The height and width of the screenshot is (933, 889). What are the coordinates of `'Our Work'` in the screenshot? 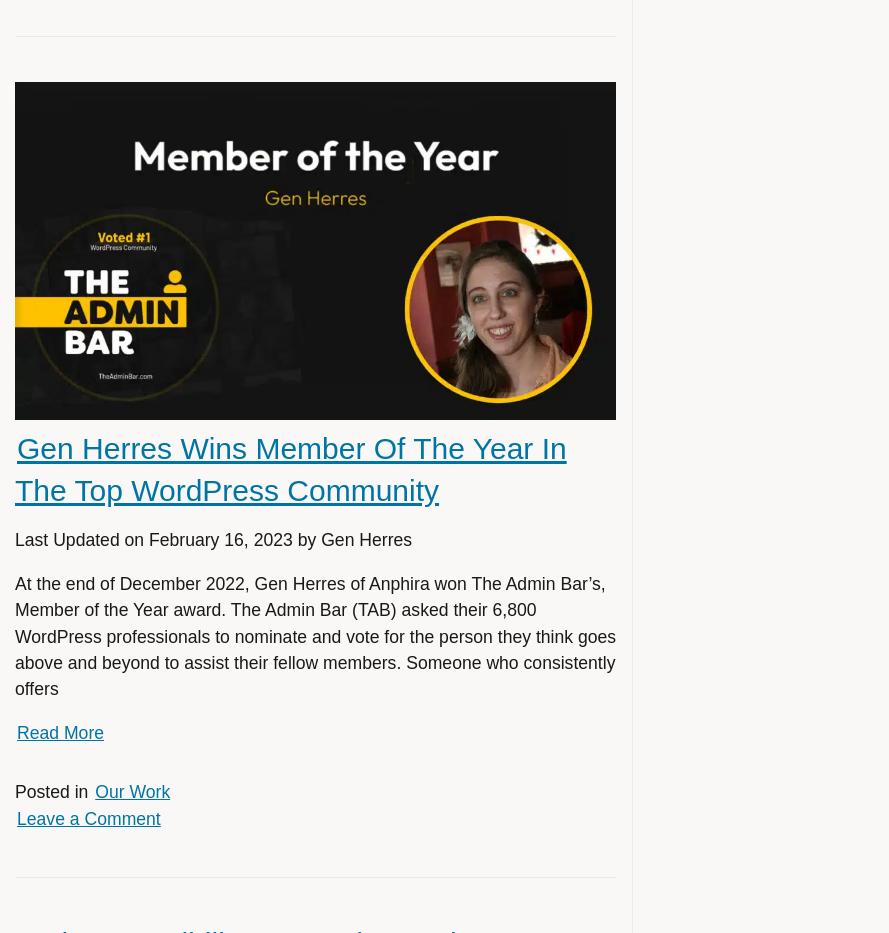 It's located at (132, 792).